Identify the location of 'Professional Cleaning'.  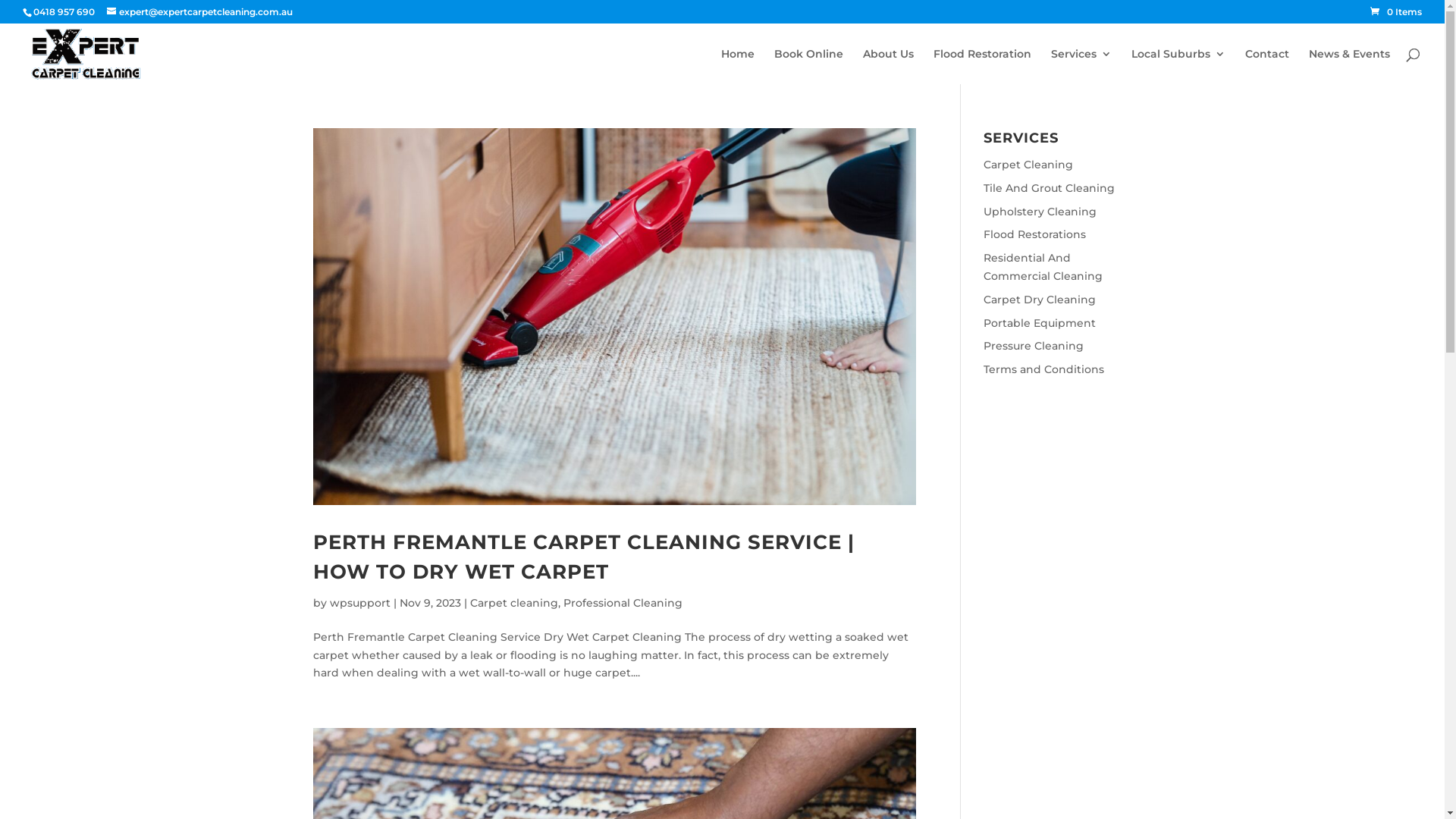
(622, 601).